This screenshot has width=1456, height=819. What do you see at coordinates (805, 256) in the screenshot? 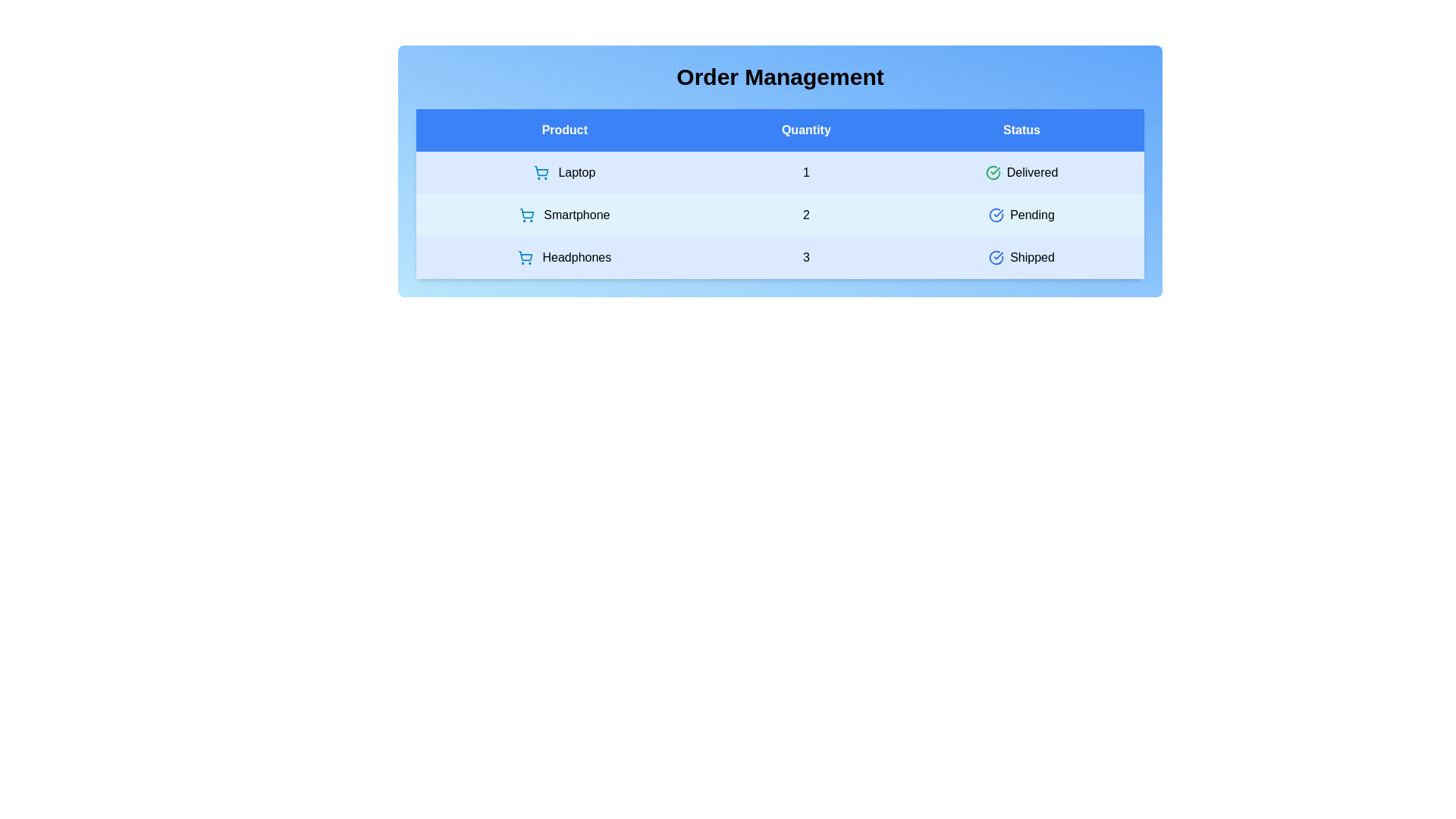
I see `the quantity cell corresponding to Headphones to edit its value` at bounding box center [805, 256].